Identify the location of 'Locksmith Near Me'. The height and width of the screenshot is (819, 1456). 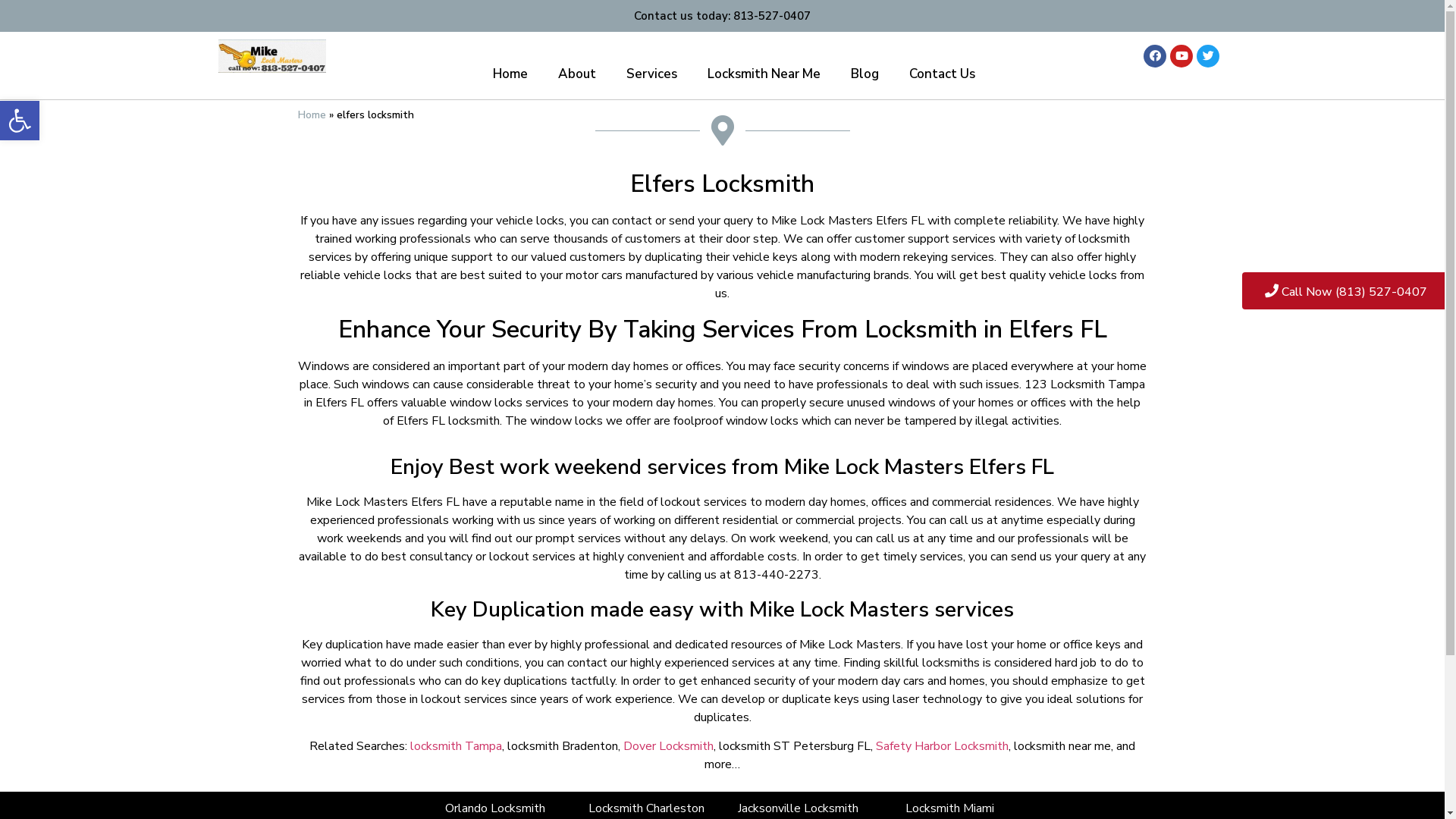
(764, 74).